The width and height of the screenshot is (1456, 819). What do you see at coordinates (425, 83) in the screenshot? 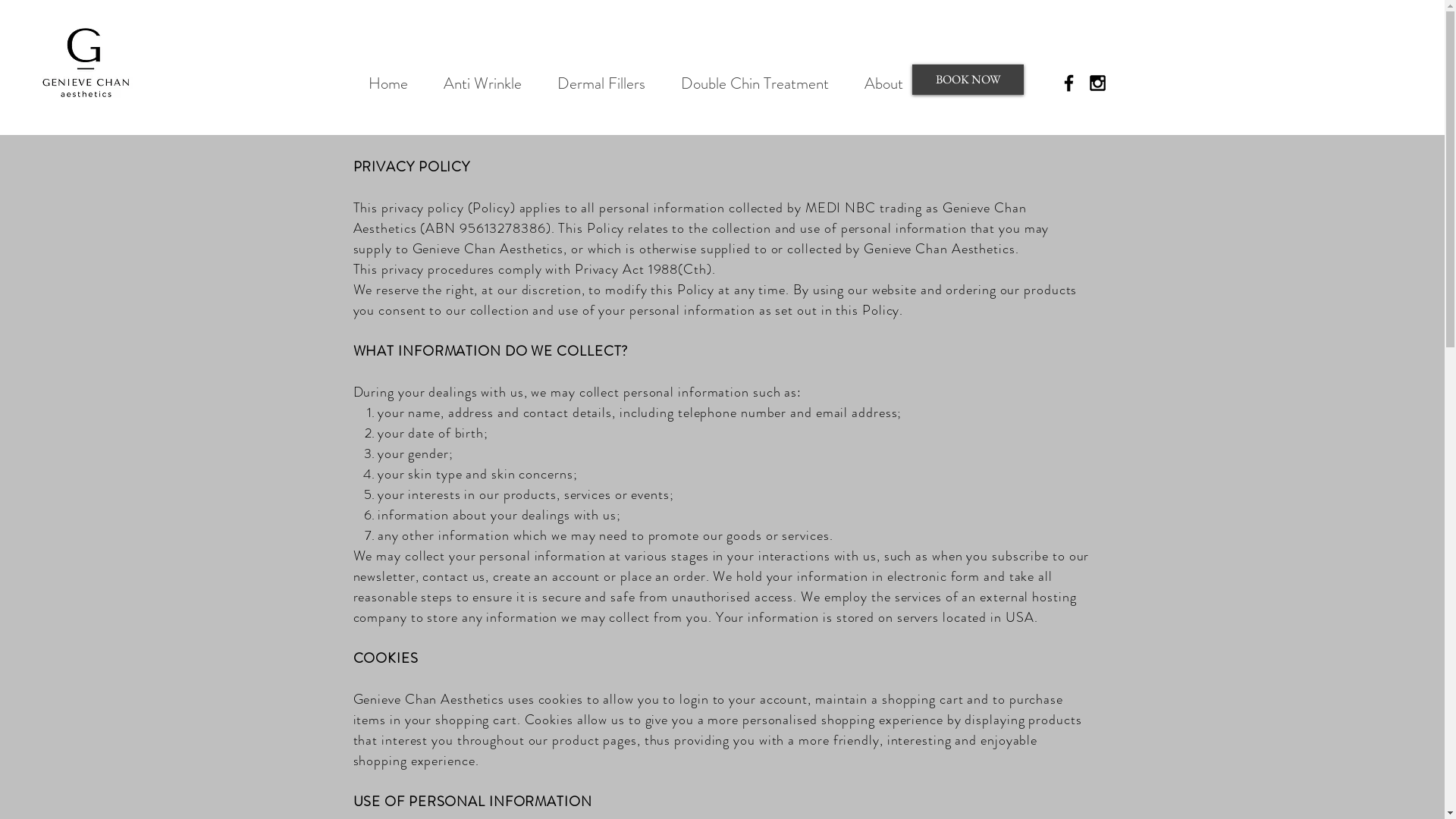
I see `'Anti Wrinkle'` at bounding box center [425, 83].